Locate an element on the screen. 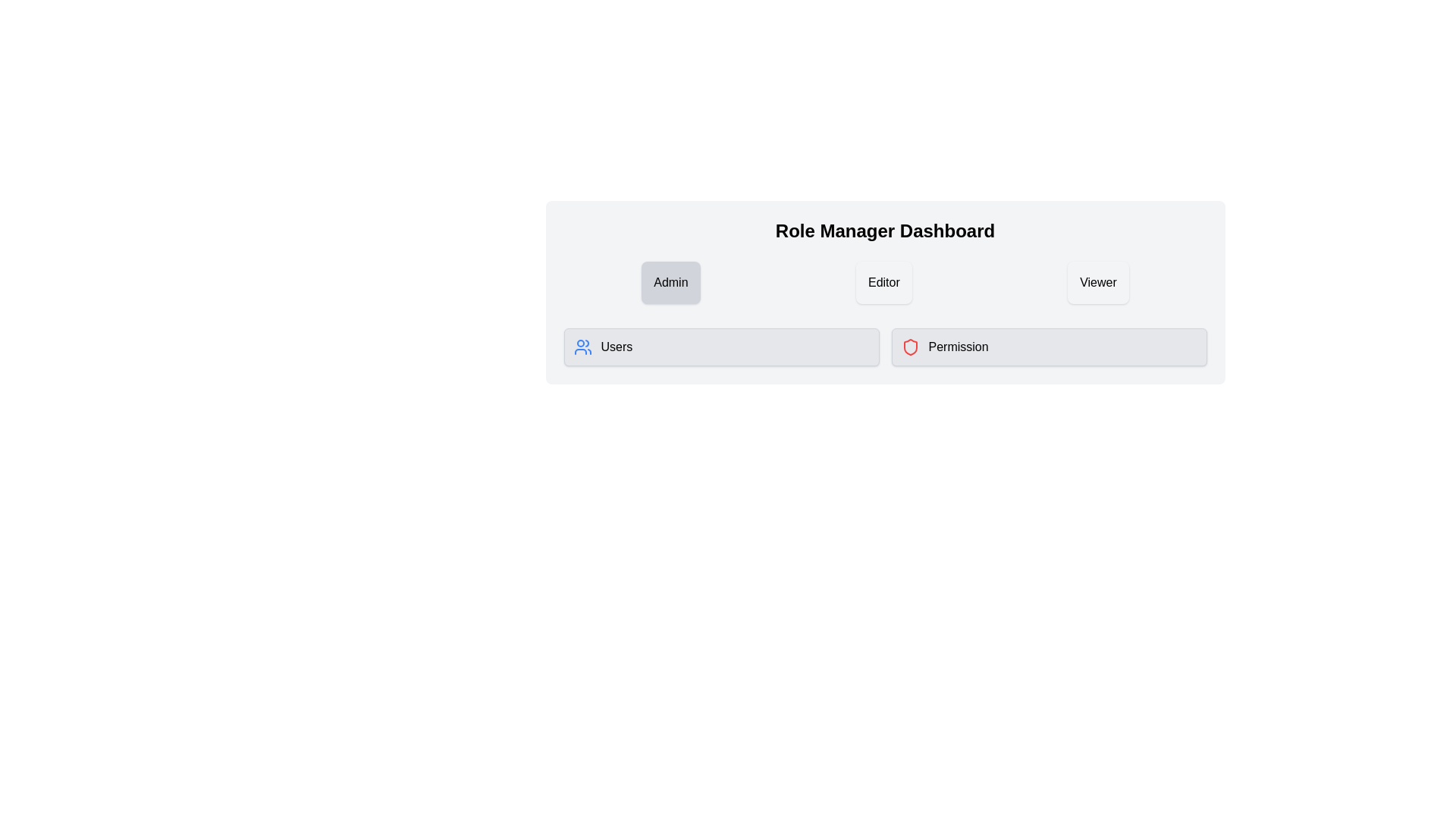  the blue-colored icon resembling a group of people, which is located within a button on the left side of the interface alongside the label 'Users' is located at coordinates (582, 347).